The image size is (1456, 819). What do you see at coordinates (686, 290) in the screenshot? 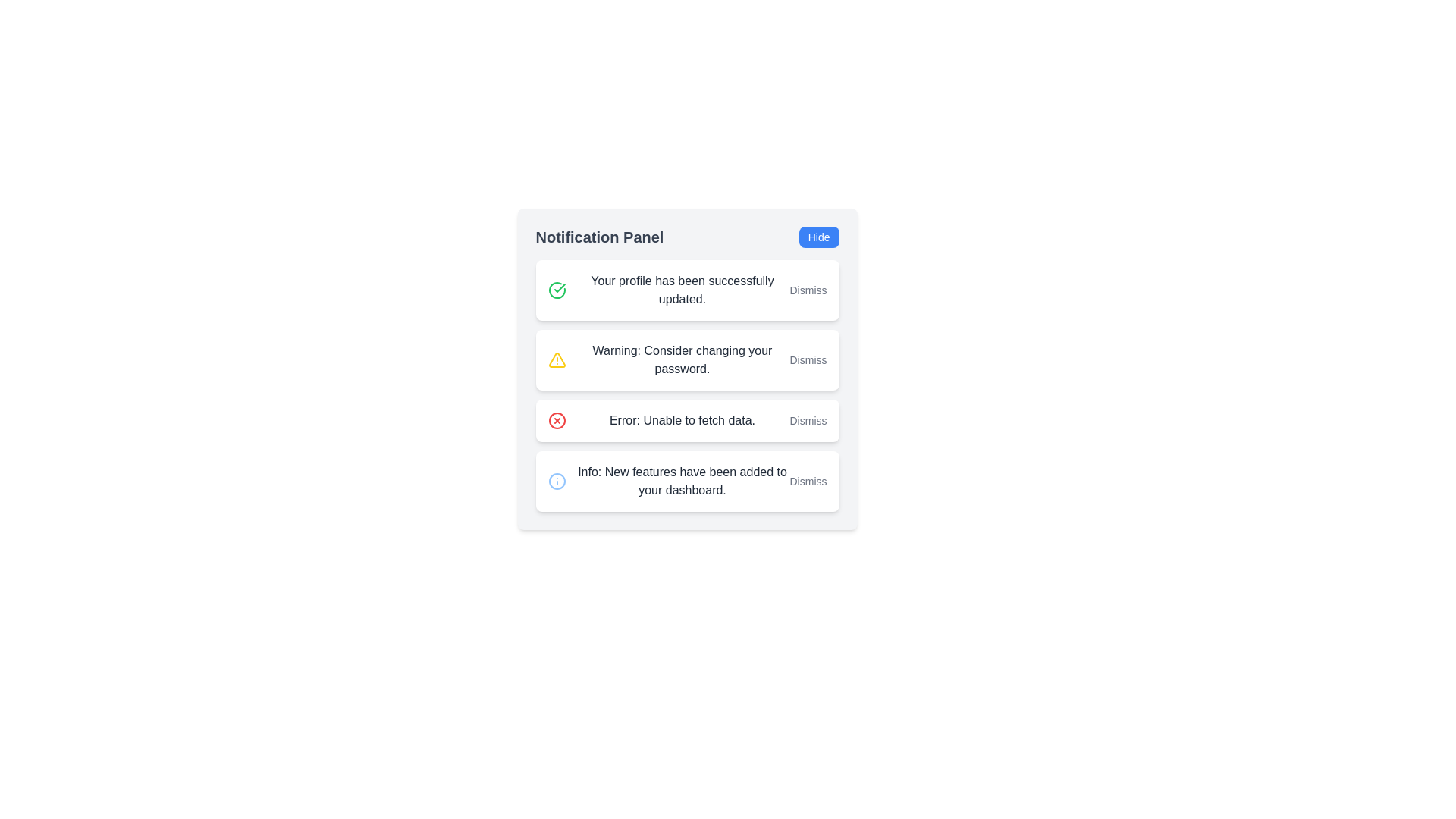
I see `notification message displaying 'Your profile has been successfully updated.' with a dismiss link on the right` at bounding box center [686, 290].